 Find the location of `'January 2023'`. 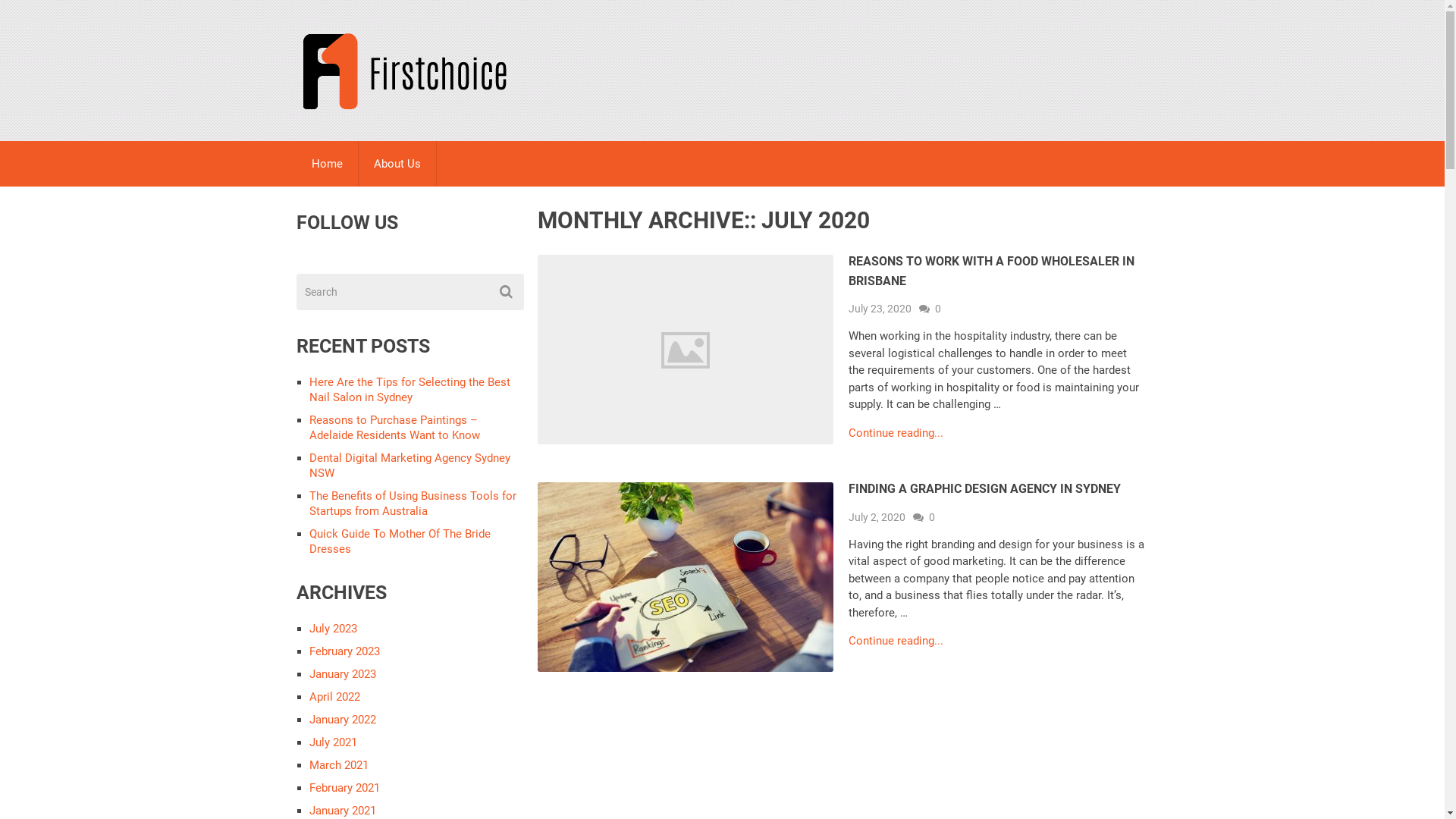

'January 2023' is located at coordinates (341, 673).